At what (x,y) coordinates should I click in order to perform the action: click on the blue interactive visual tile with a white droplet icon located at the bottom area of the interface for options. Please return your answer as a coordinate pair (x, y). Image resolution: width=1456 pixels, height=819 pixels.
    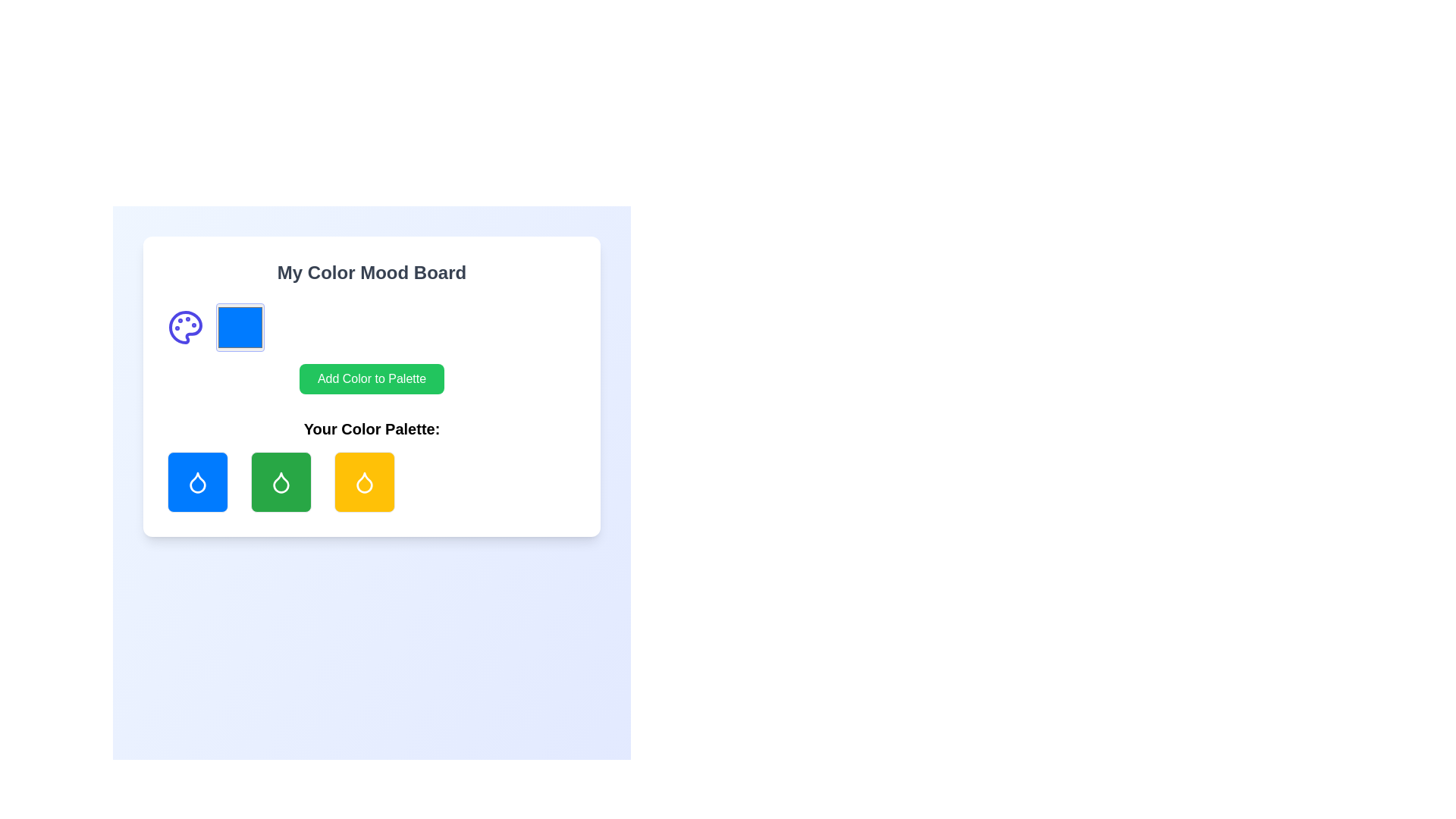
    Looking at the image, I should click on (196, 482).